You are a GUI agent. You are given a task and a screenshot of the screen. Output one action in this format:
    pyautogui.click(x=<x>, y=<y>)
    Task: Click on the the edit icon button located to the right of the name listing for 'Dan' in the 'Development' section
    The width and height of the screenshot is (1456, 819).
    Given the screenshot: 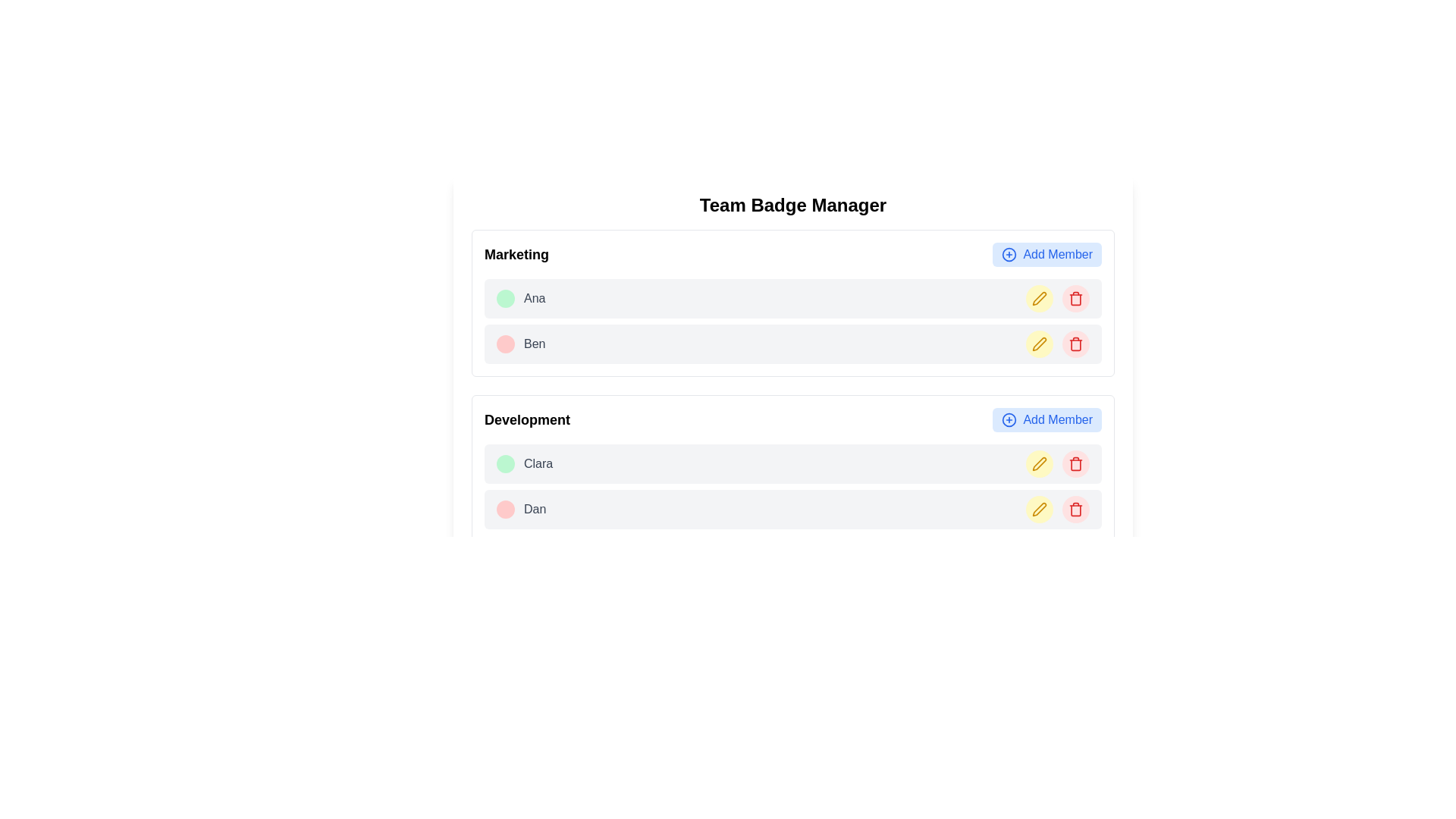 What is the action you would take?
    pyautogui.click(x=1039, y=509)
    